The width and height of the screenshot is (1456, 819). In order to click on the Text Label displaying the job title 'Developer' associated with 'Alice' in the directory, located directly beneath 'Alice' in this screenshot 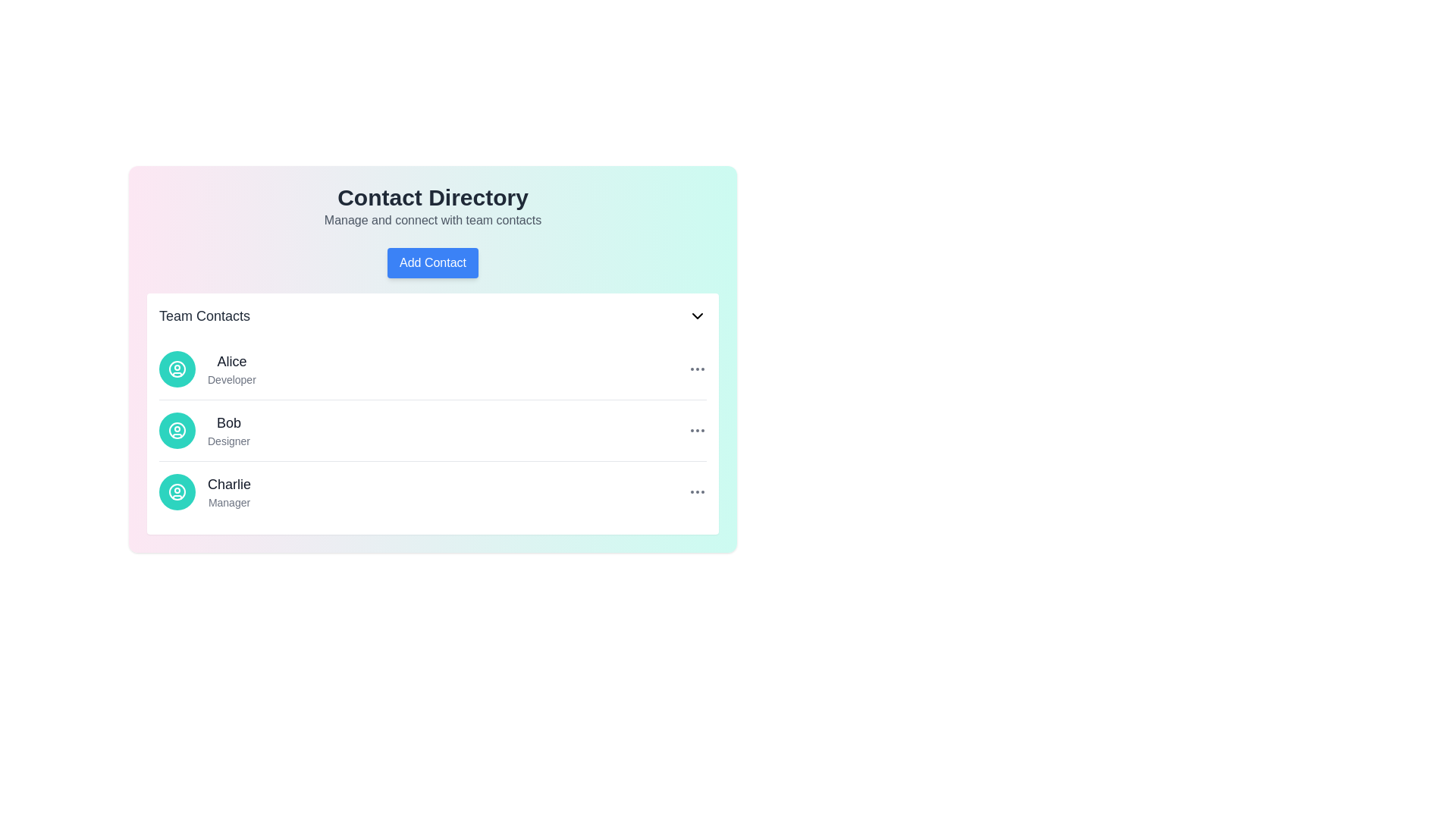, I will do `click(231, 379)`.